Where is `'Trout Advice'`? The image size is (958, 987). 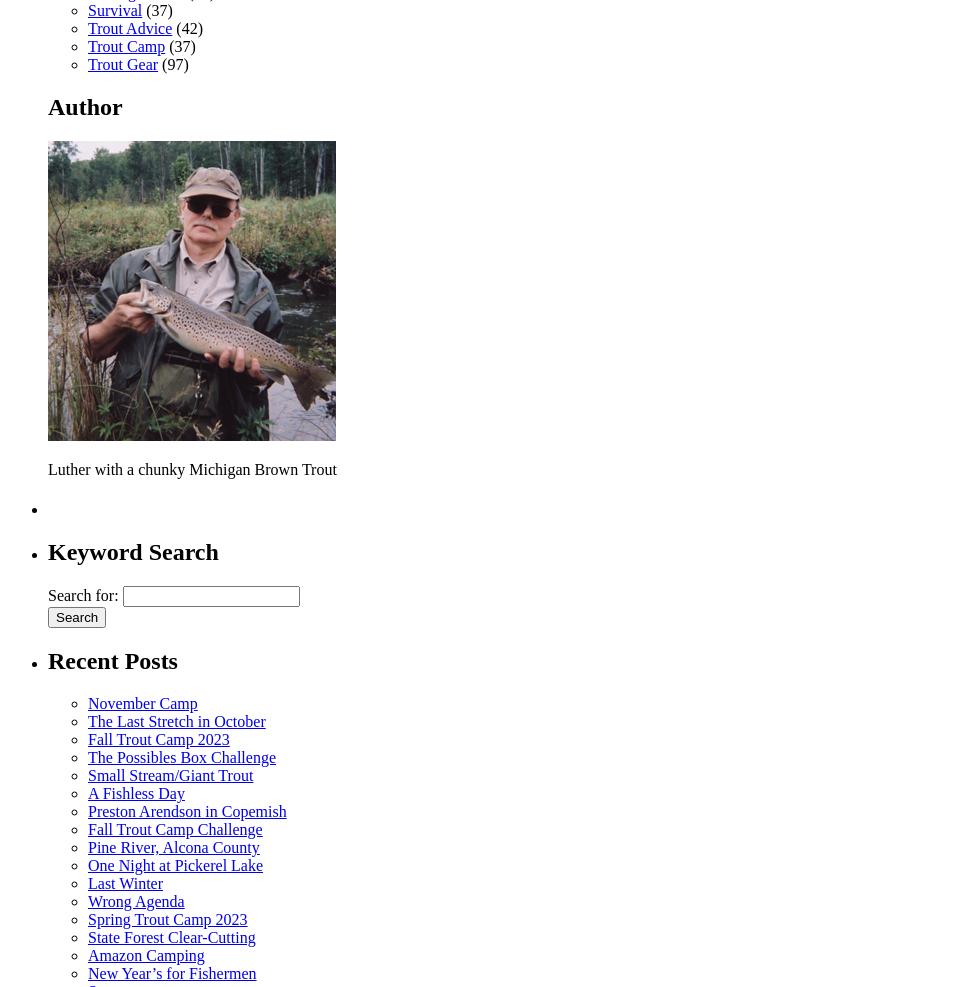
'Trout Advice' is located at coordinates (130, 27).